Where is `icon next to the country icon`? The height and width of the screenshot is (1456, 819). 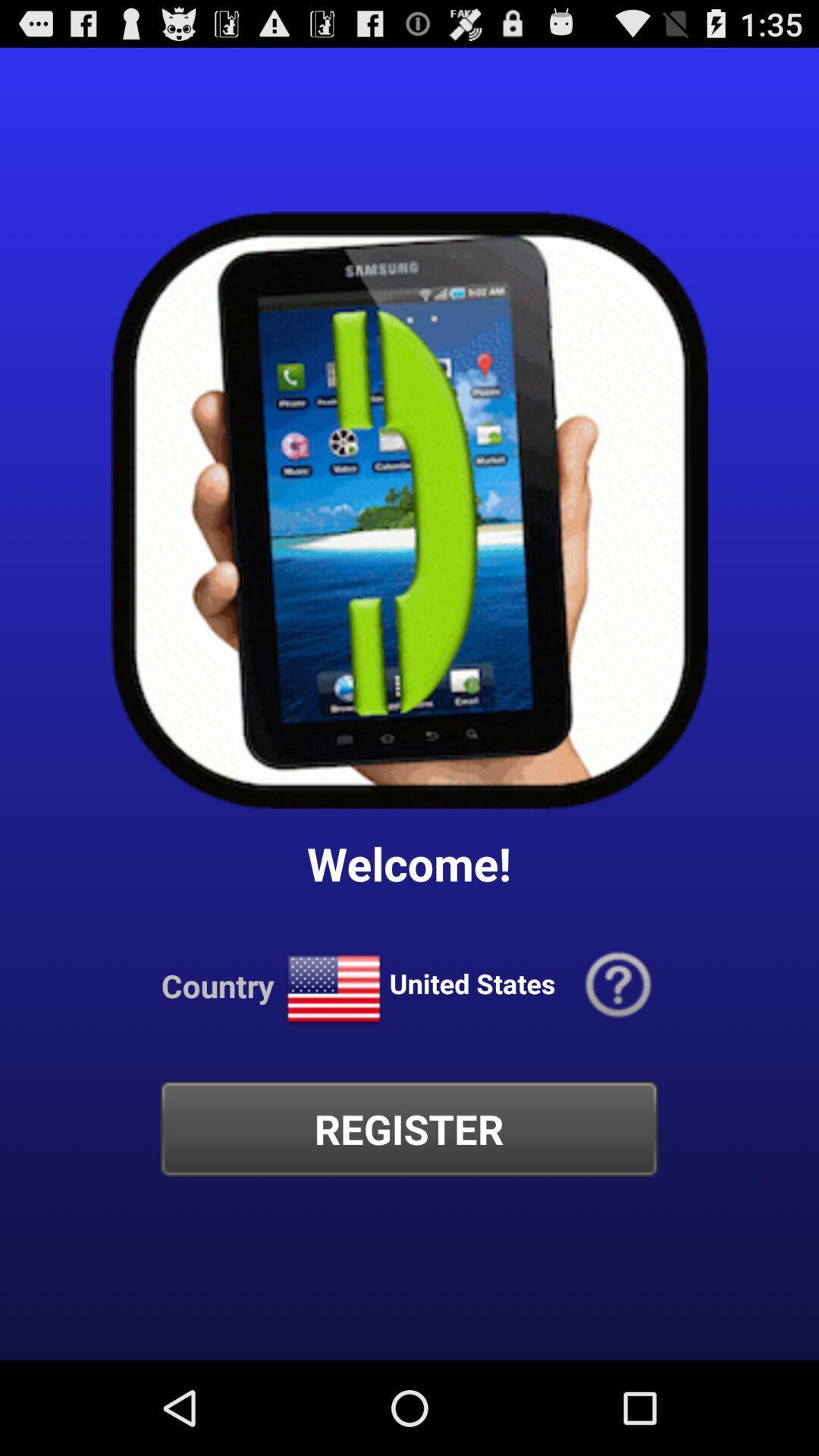 icon next to the country icon is located at coordinates (333, 990).